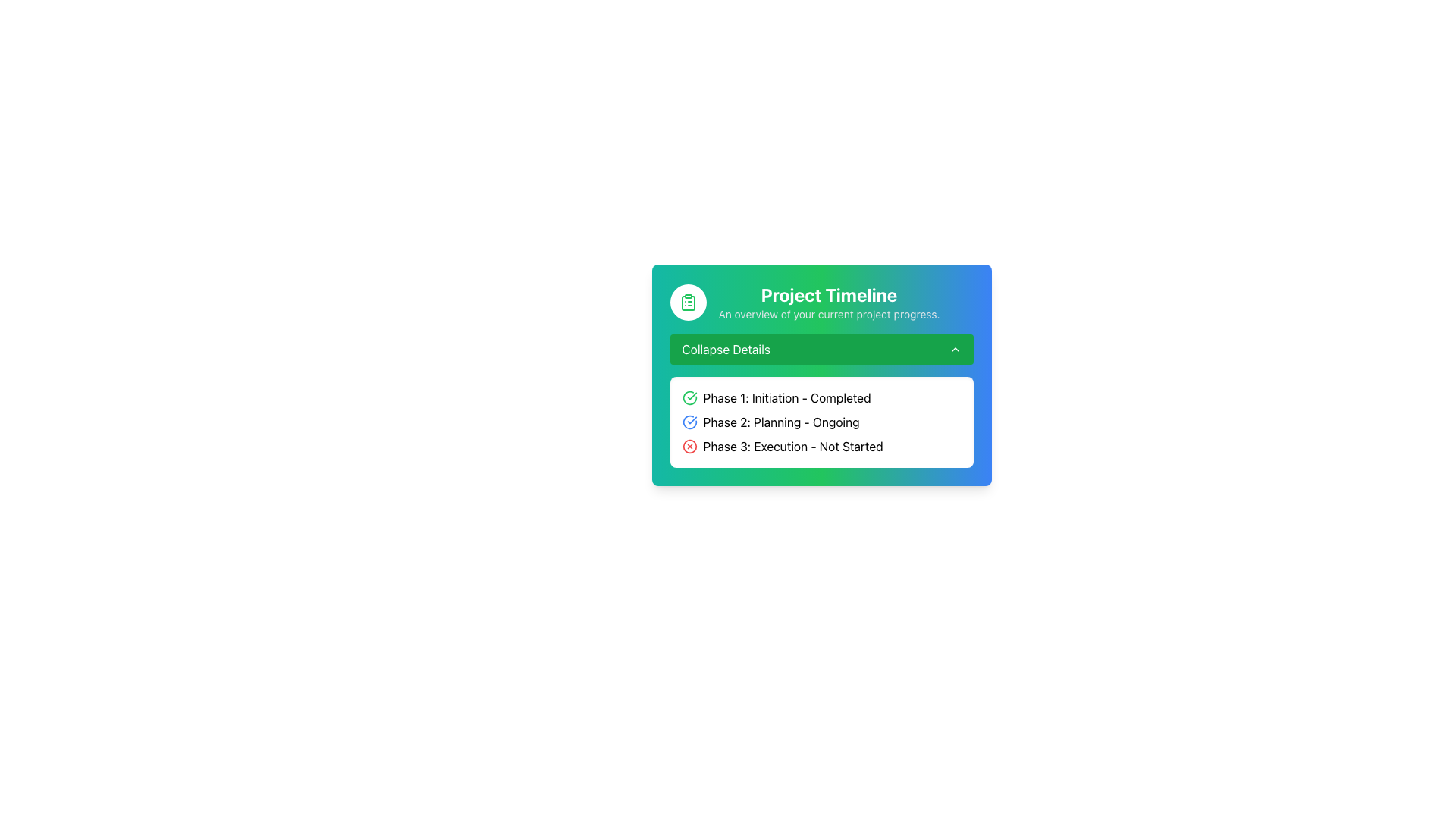  Describe the element at coordinates (787, 397) in the screenshot. I see `text label indicating the completion status of Phase 1, positioned under the 'Collapse Details' button in the project timeline list` at that location.